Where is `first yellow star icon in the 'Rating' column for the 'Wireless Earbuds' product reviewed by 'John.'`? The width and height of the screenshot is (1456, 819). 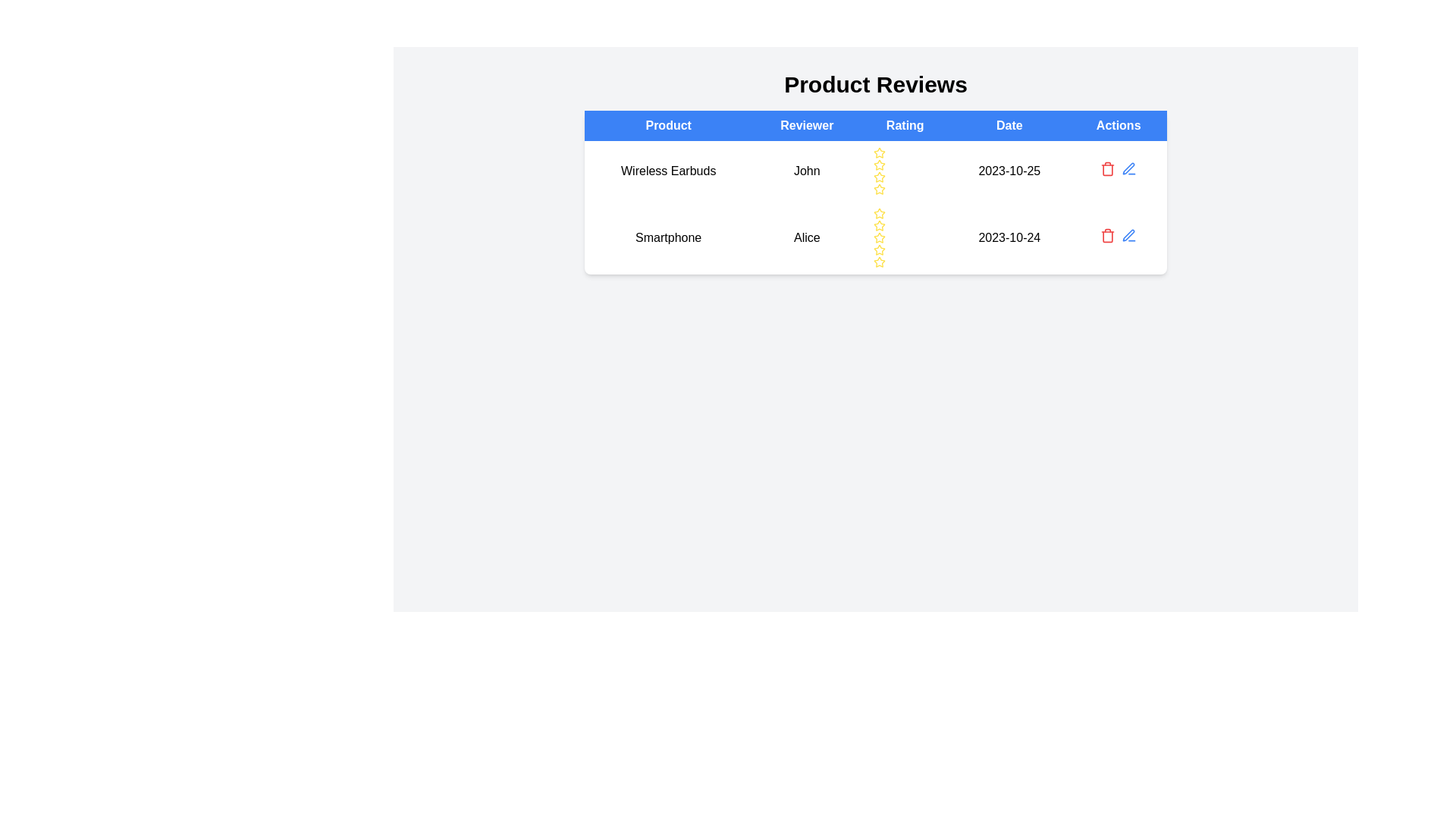 first yellow star icon in the 'Rating' column for the 'Wireless Earbuds' product reviewed by 'John.' is located at coordinates (880, 152).